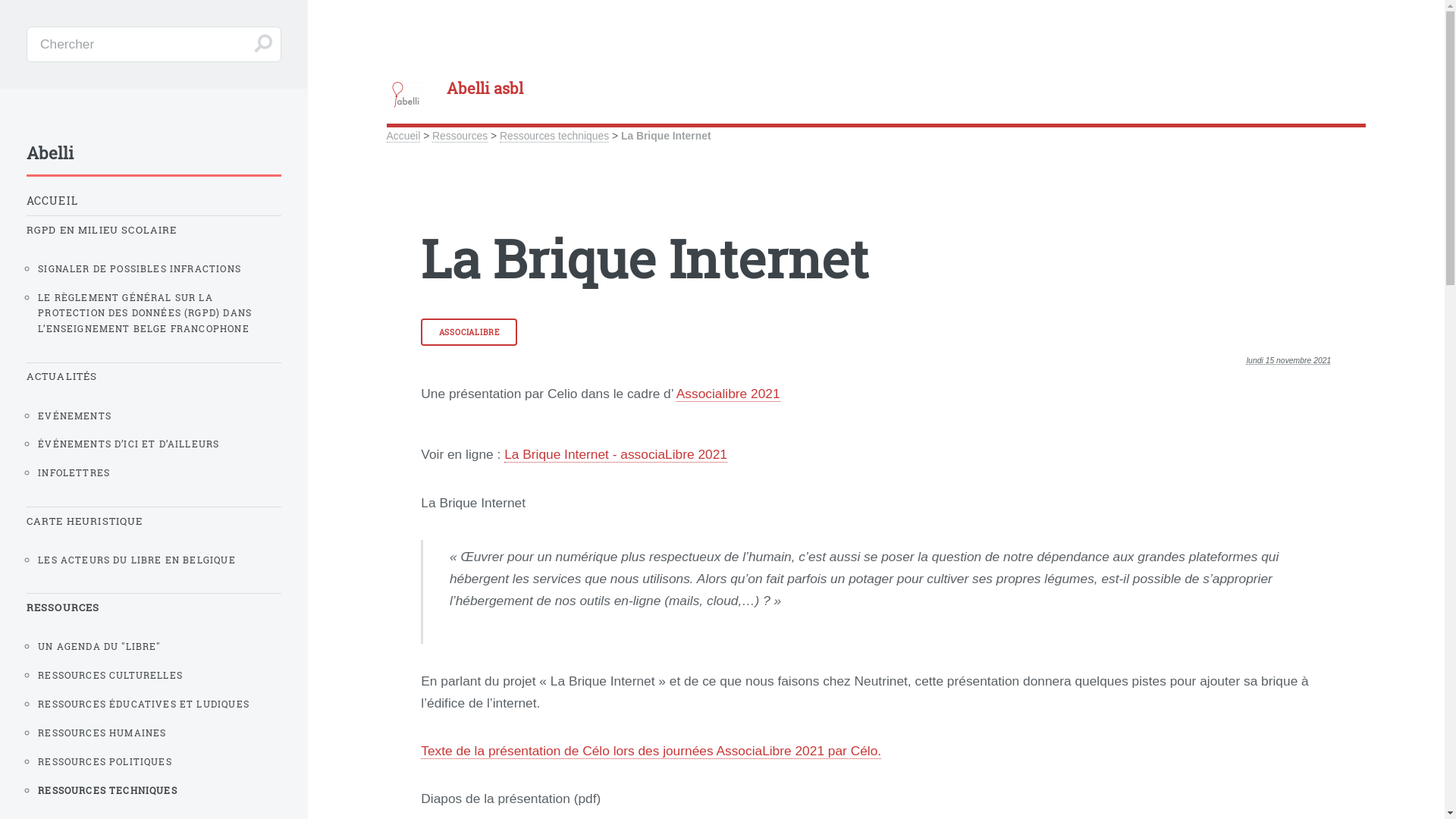 This screenshot has height=819, width=1456. Describe the element at coordinates (728, 393) in the screenshot. I see `'Associalibre 2021'` at that location.